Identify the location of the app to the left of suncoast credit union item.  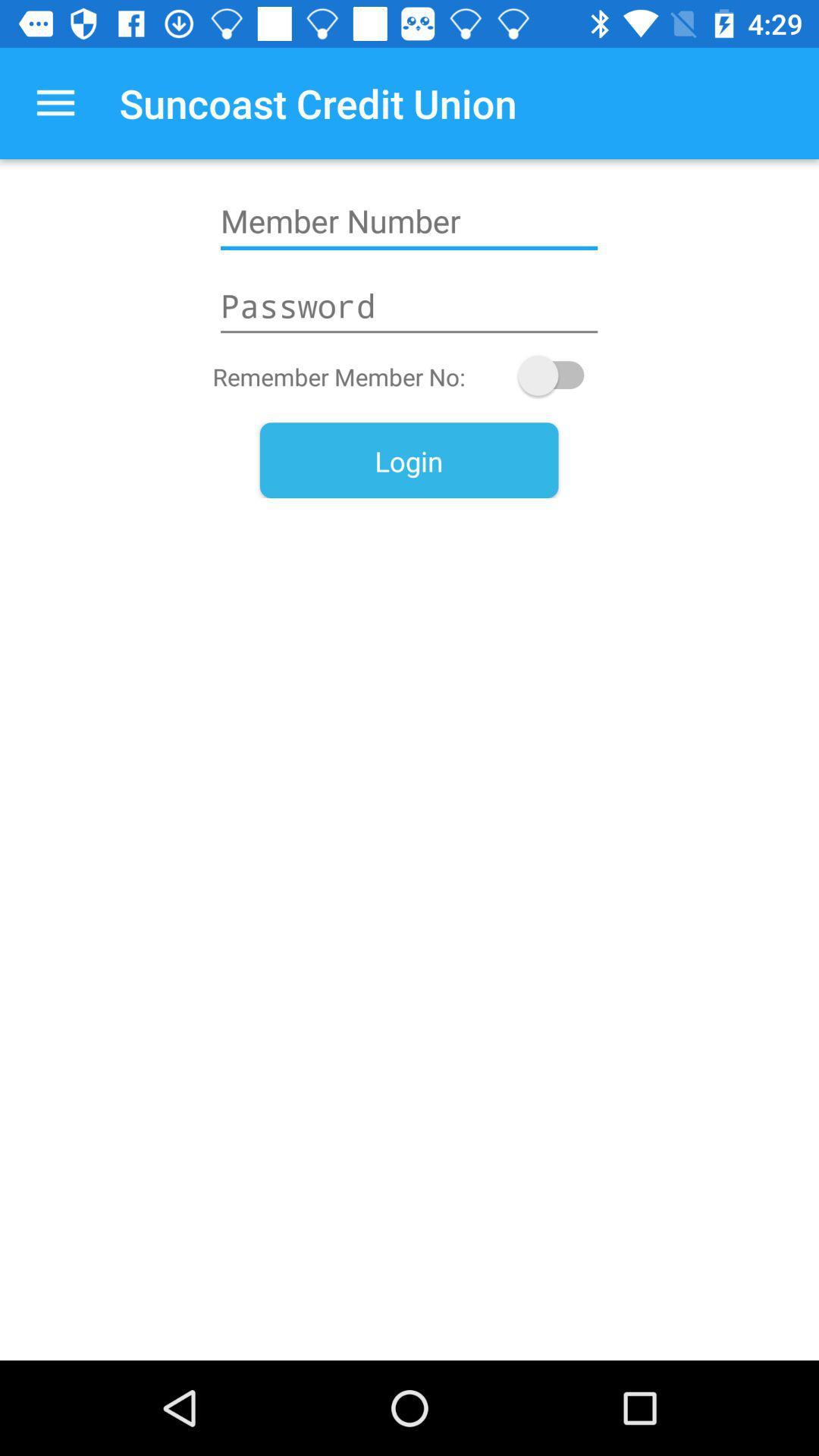
(55, 102).